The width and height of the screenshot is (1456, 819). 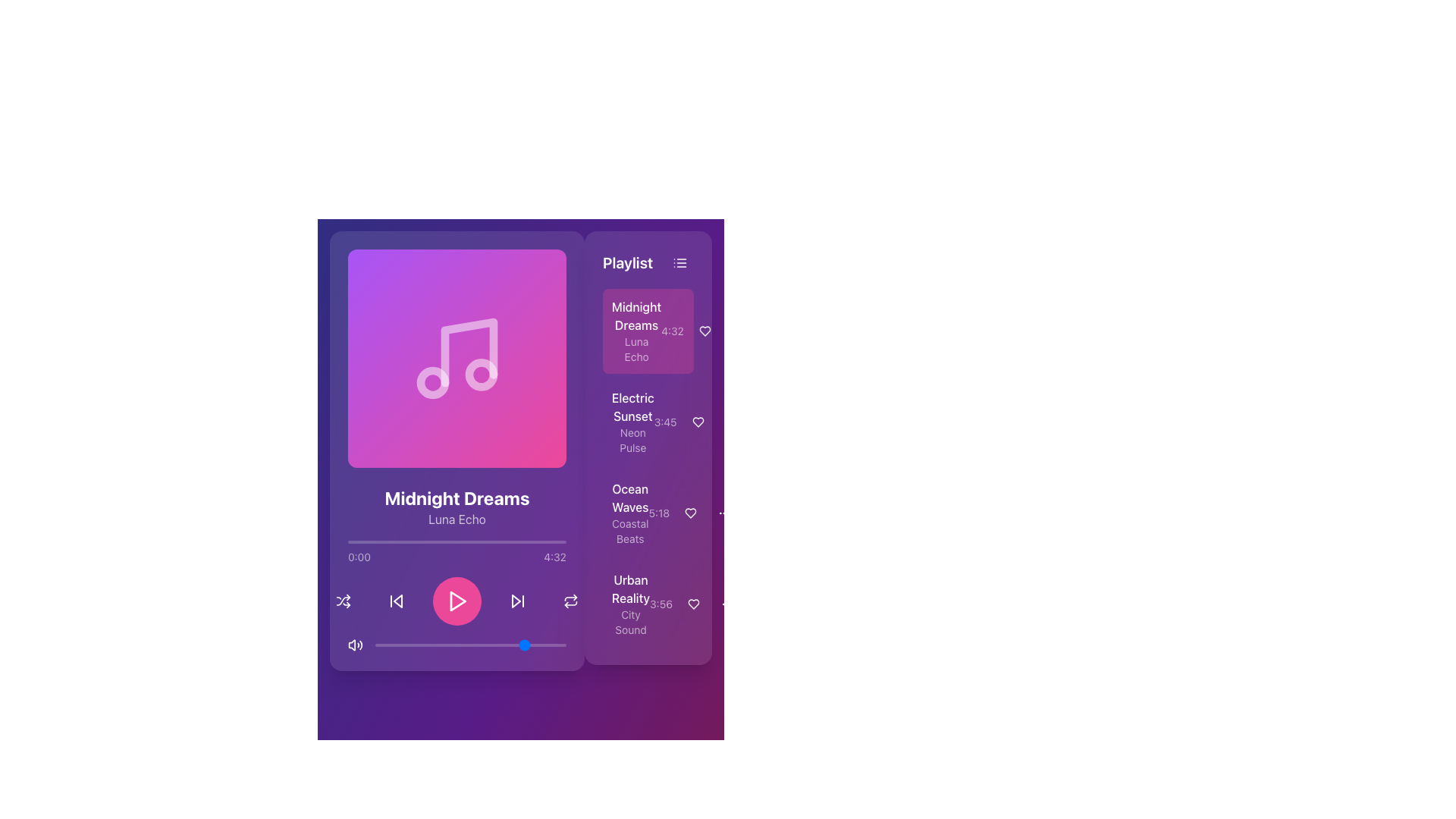 I want to click on the text label displaying the title of the current track being played, located in the central section of the media interface below the album artwork, to potentially reveal additional options, so click(x=457, y=497).